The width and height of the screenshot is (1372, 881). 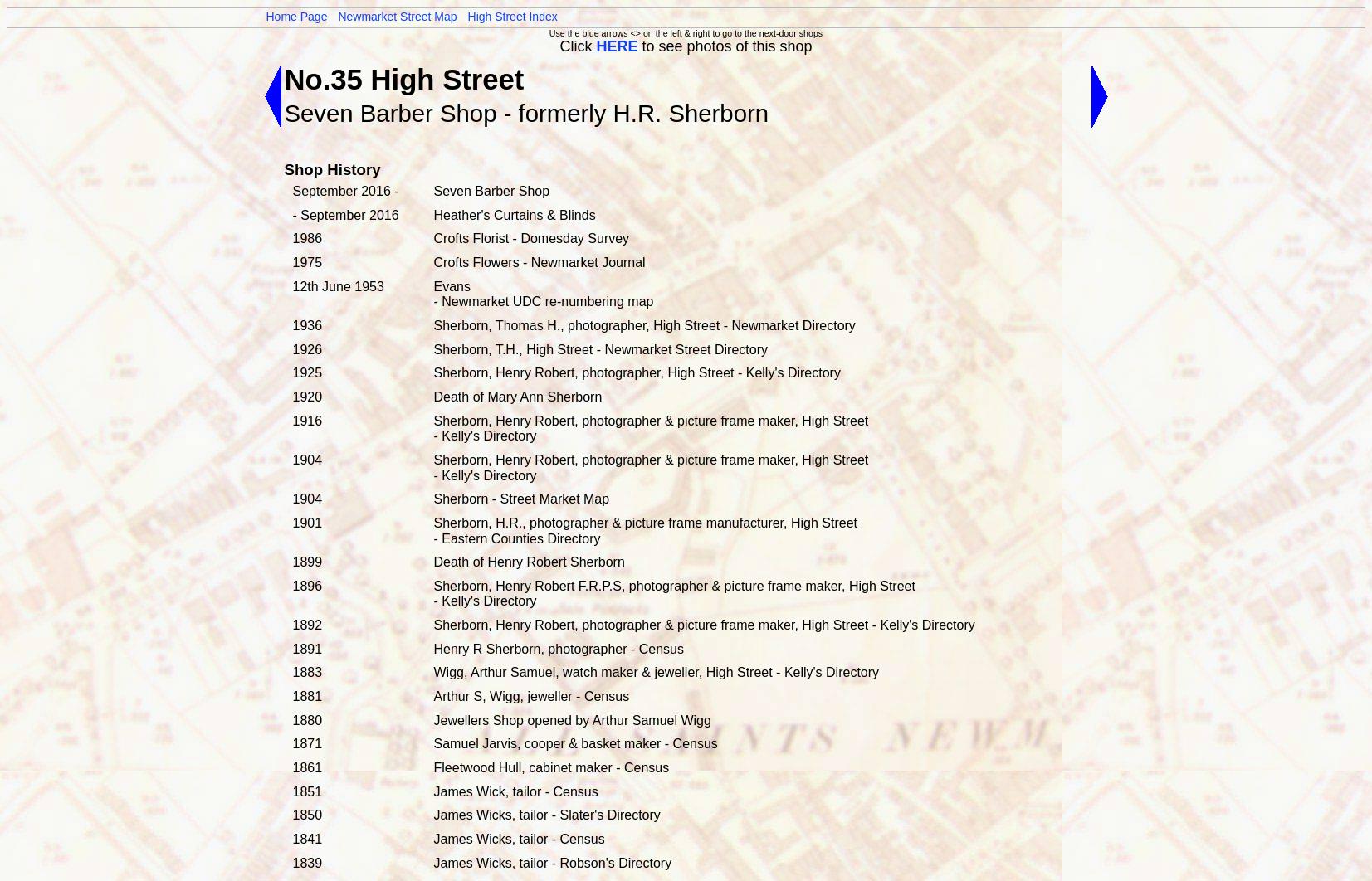 I want to click on '1925', so click(x=305, y=372).